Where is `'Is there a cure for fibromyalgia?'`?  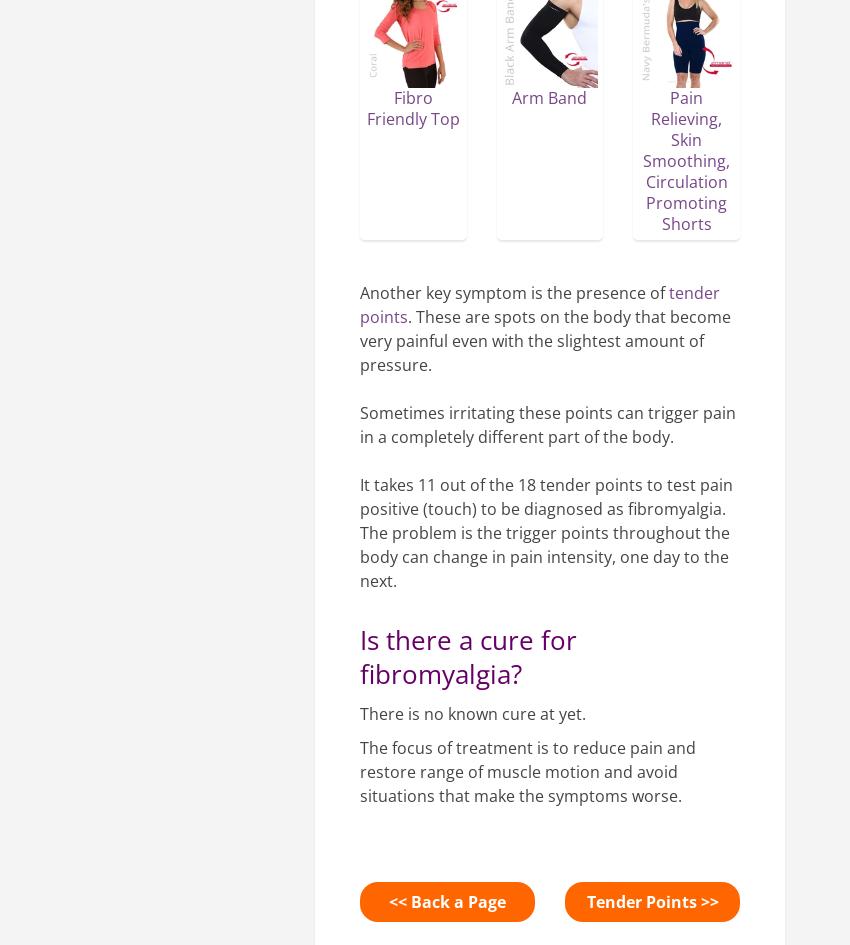
'Is there a cure for fibromyalgia?' is located at coordinates (358, 655).